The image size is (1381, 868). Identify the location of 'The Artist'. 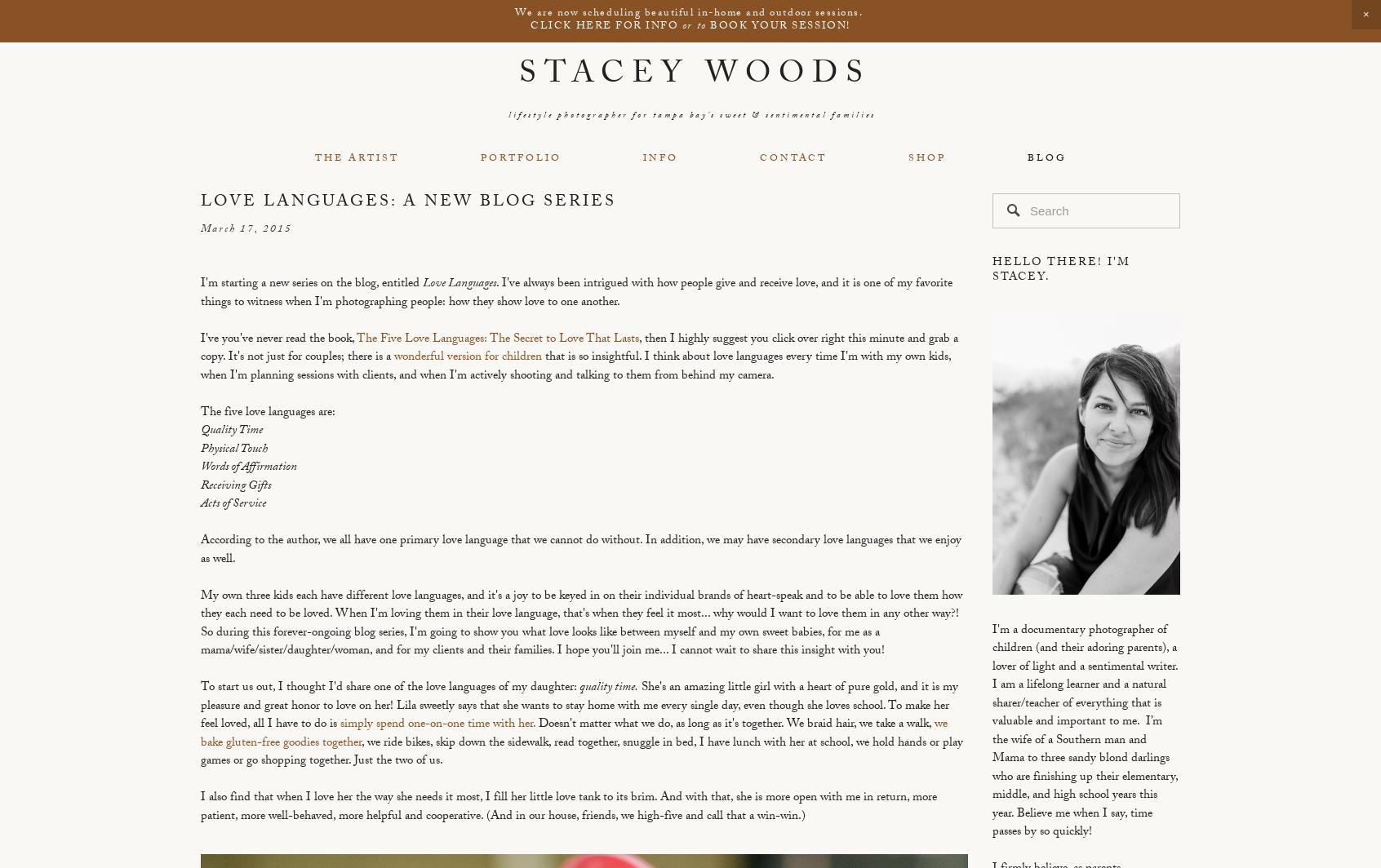
(355, 157).